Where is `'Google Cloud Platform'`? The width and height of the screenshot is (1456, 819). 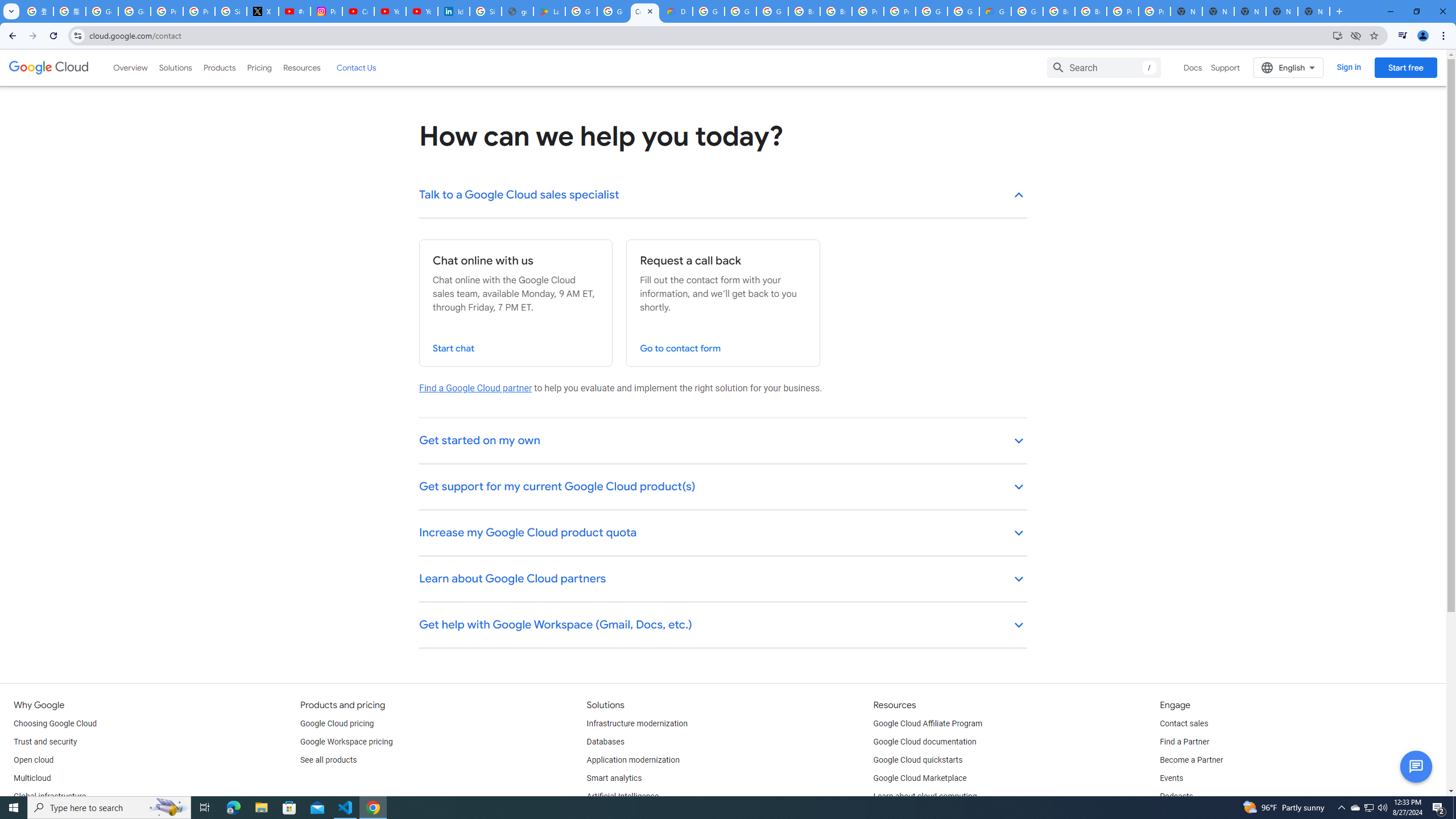 'Google Cloud Platform' is located at coordinates (930, 11).